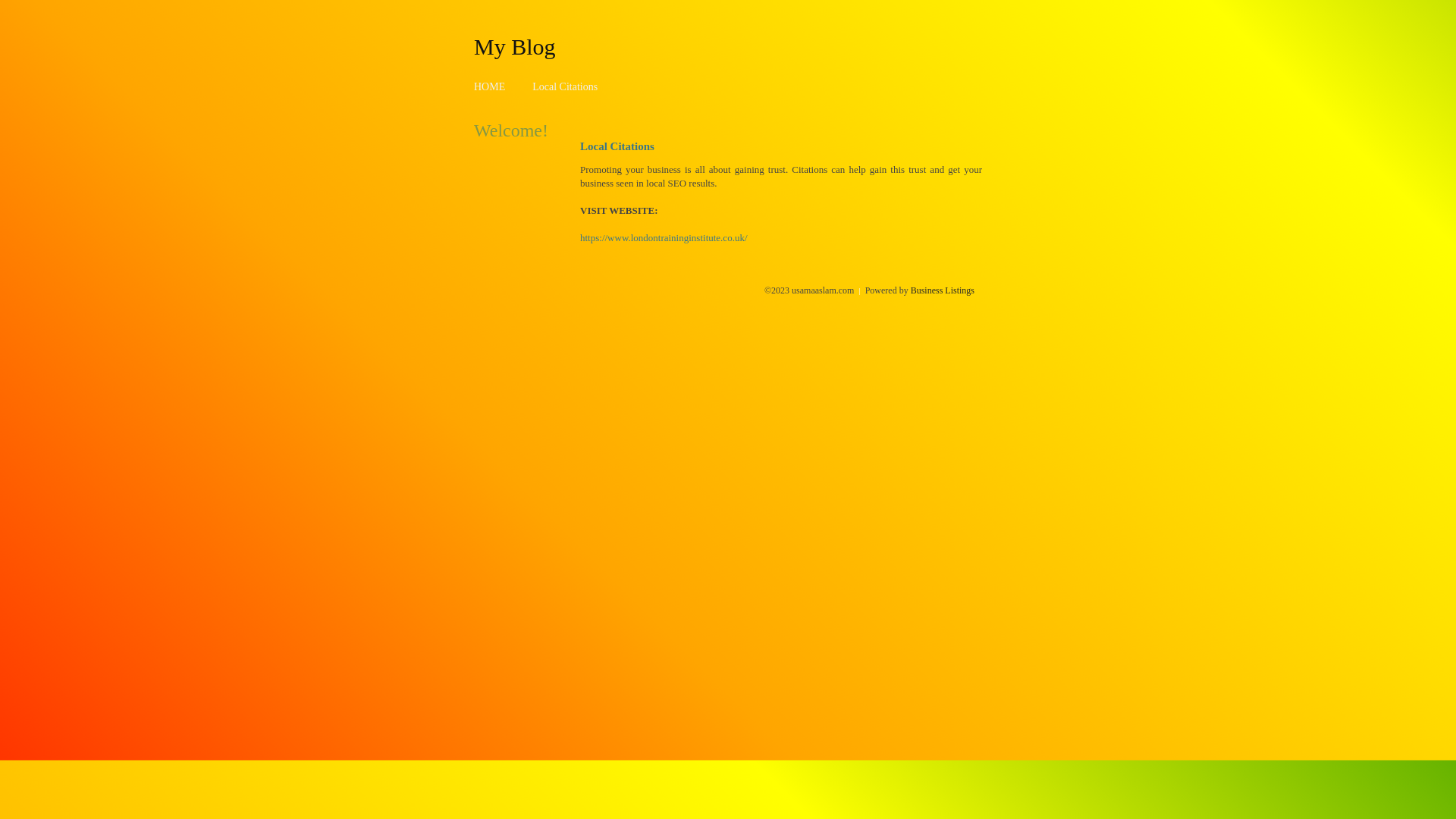 This screenshot has height=819, width=1456. Describe the element at coordinates (563, 86) in the screenshot. I see `'Local Citations'` at that location.